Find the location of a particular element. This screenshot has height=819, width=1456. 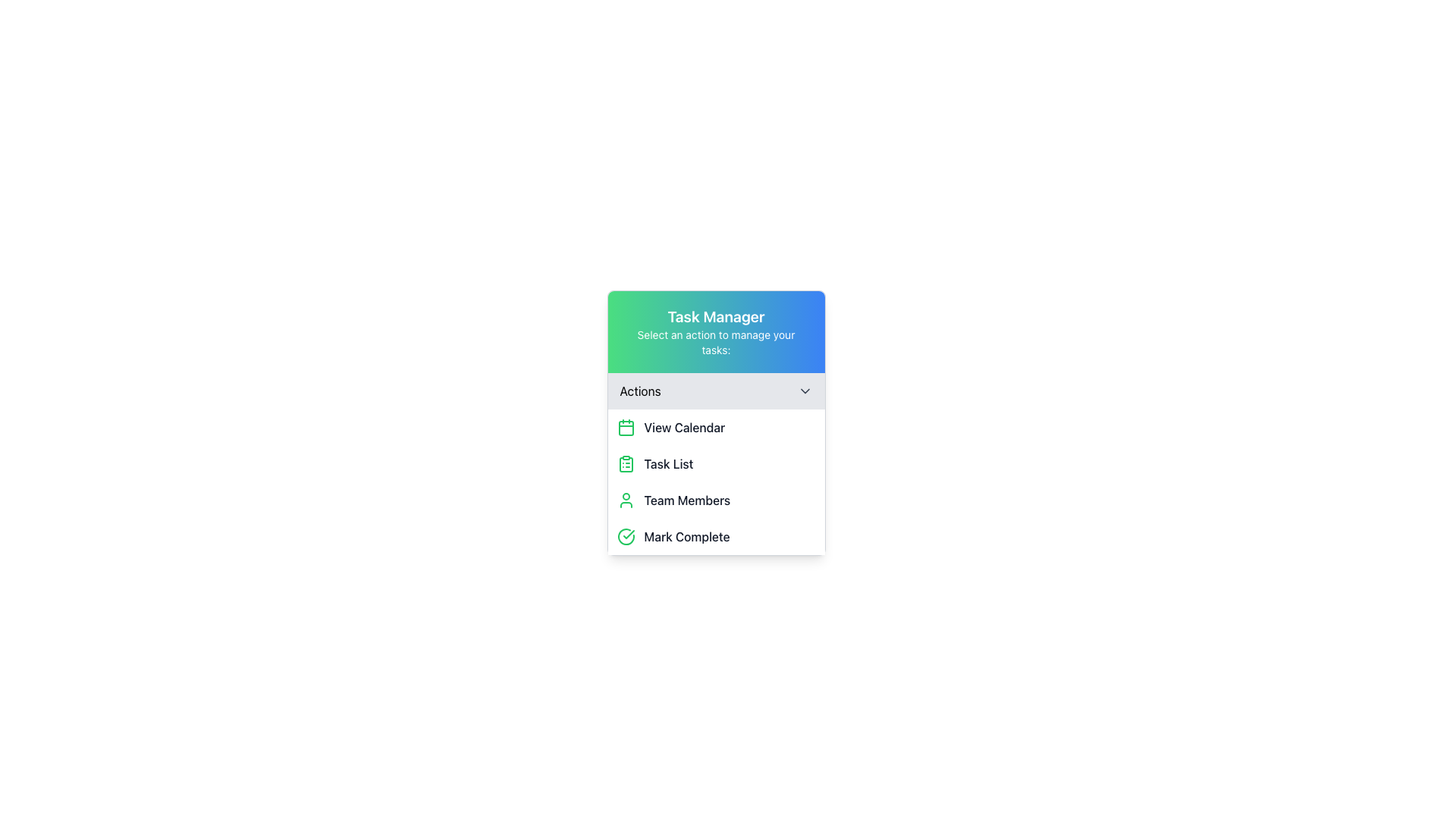

the 'View Calendar' text label, which is styled with medium-weight dark gray font and located inside the 'Actions' group, to the right of the calendar icon is located at coordinates (683, 427).